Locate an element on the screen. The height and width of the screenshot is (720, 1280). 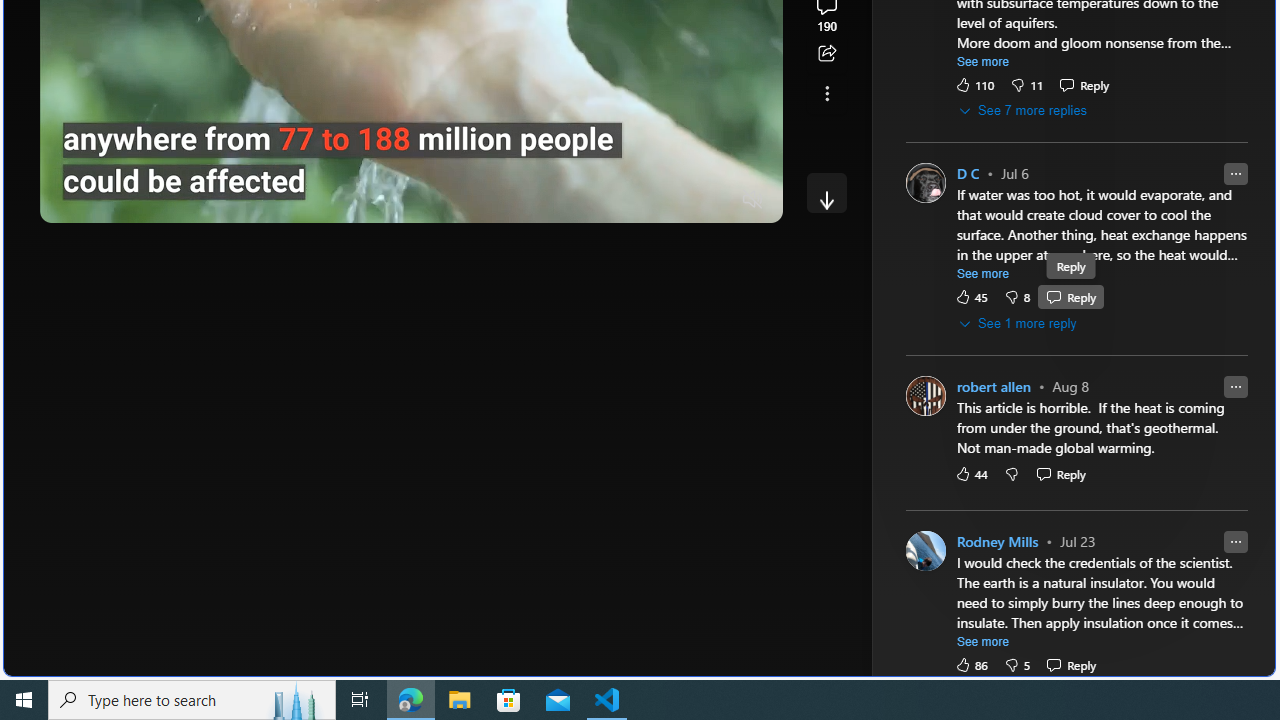
'Rodney Mills' is located at coordinates (997, 541).